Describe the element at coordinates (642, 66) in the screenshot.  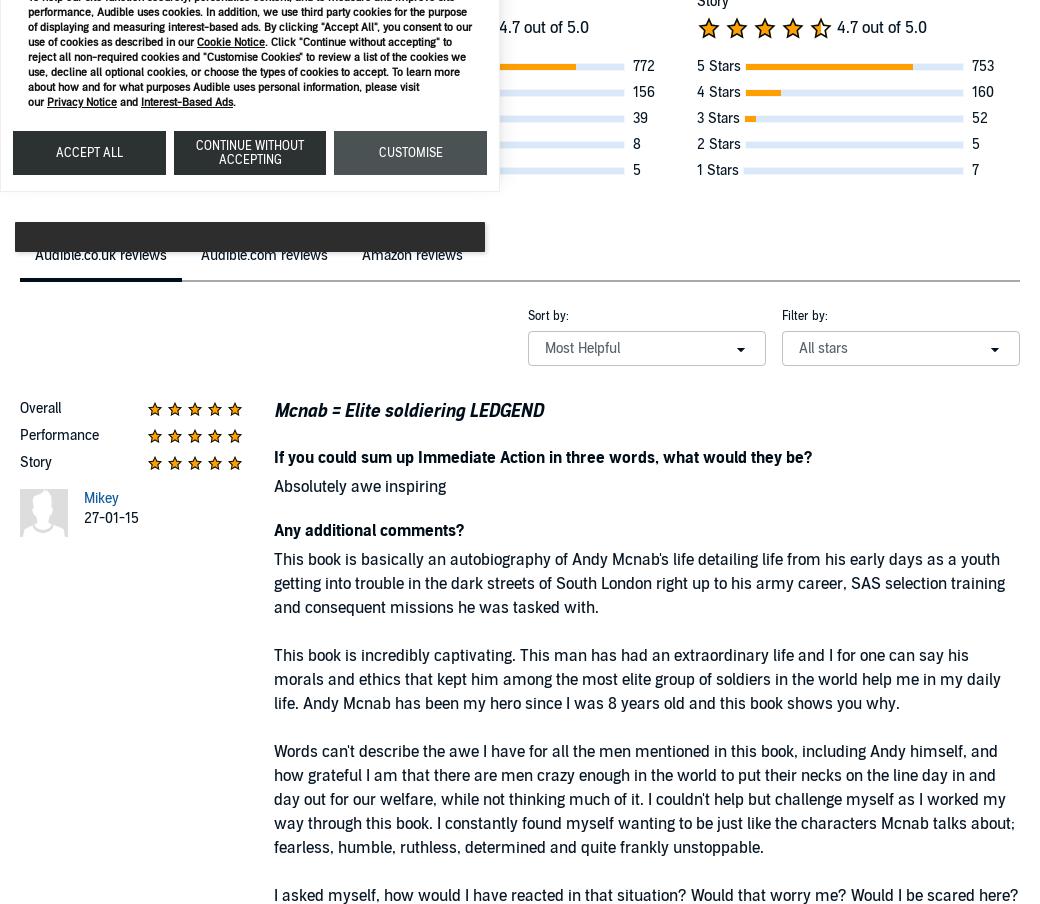
I see `'772'` at that location.